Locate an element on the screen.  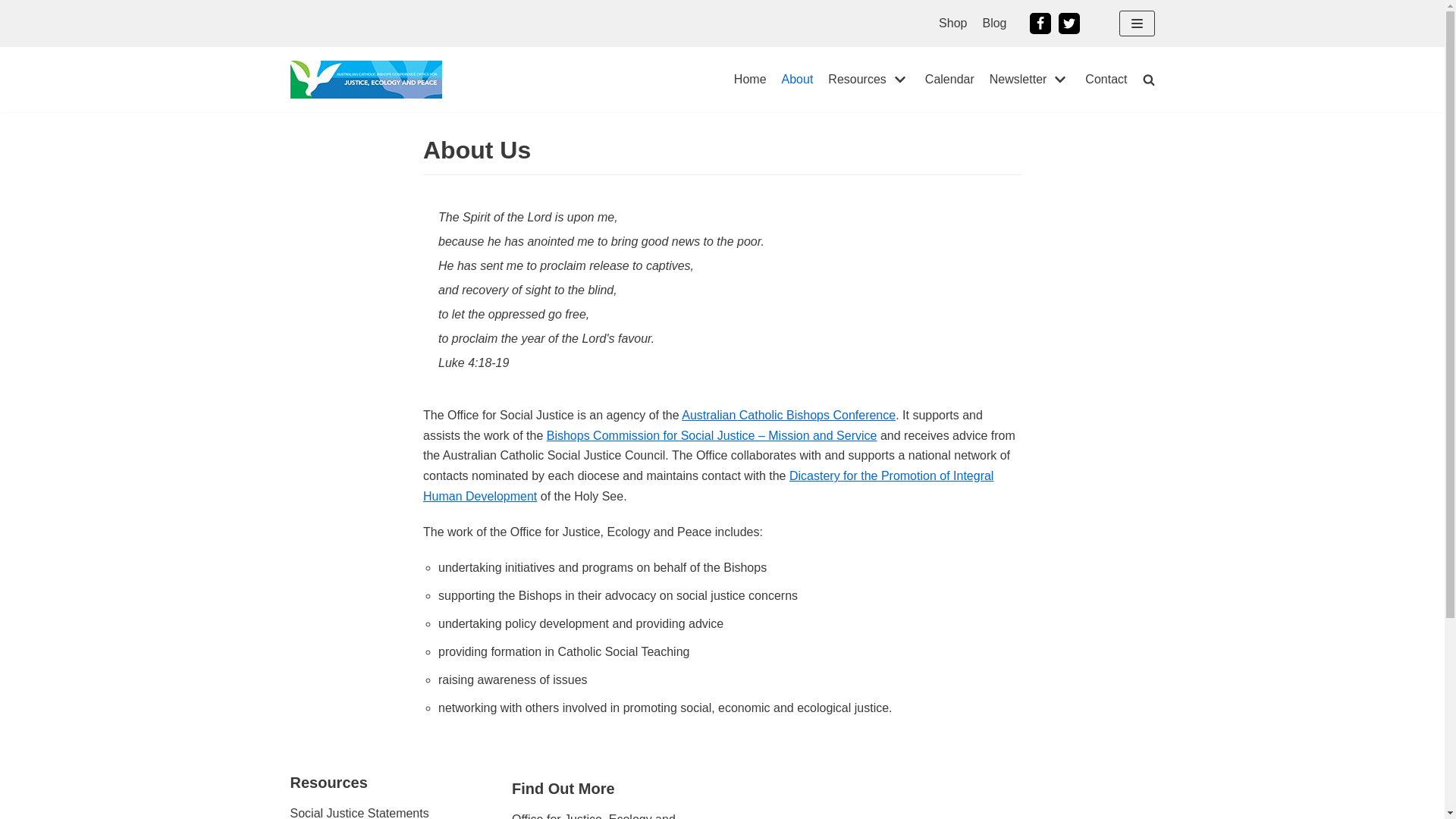
'Skip to content' is located at coordinates (14, 8).